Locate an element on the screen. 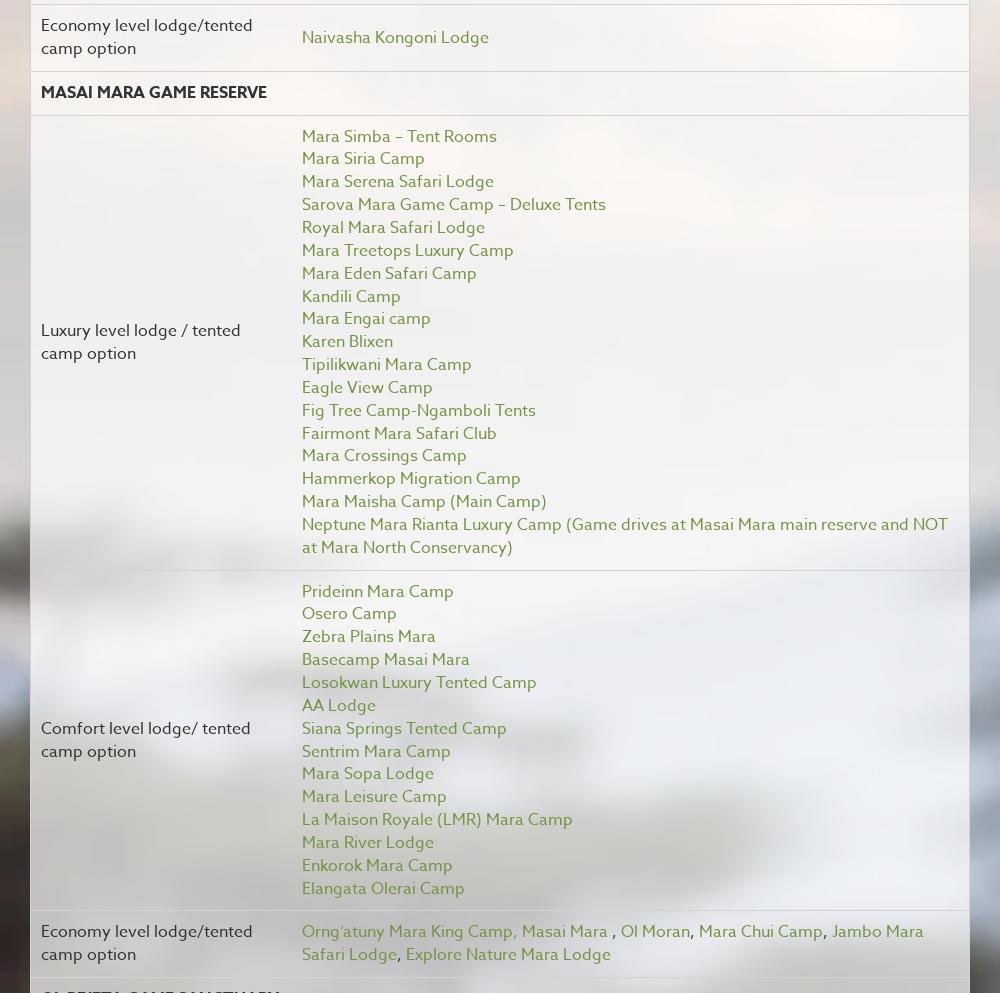 This screenshot has height=993, width=1000. 'Fig Tree Camp-Ngamboli Tents' is located at coordinates (418, 409).